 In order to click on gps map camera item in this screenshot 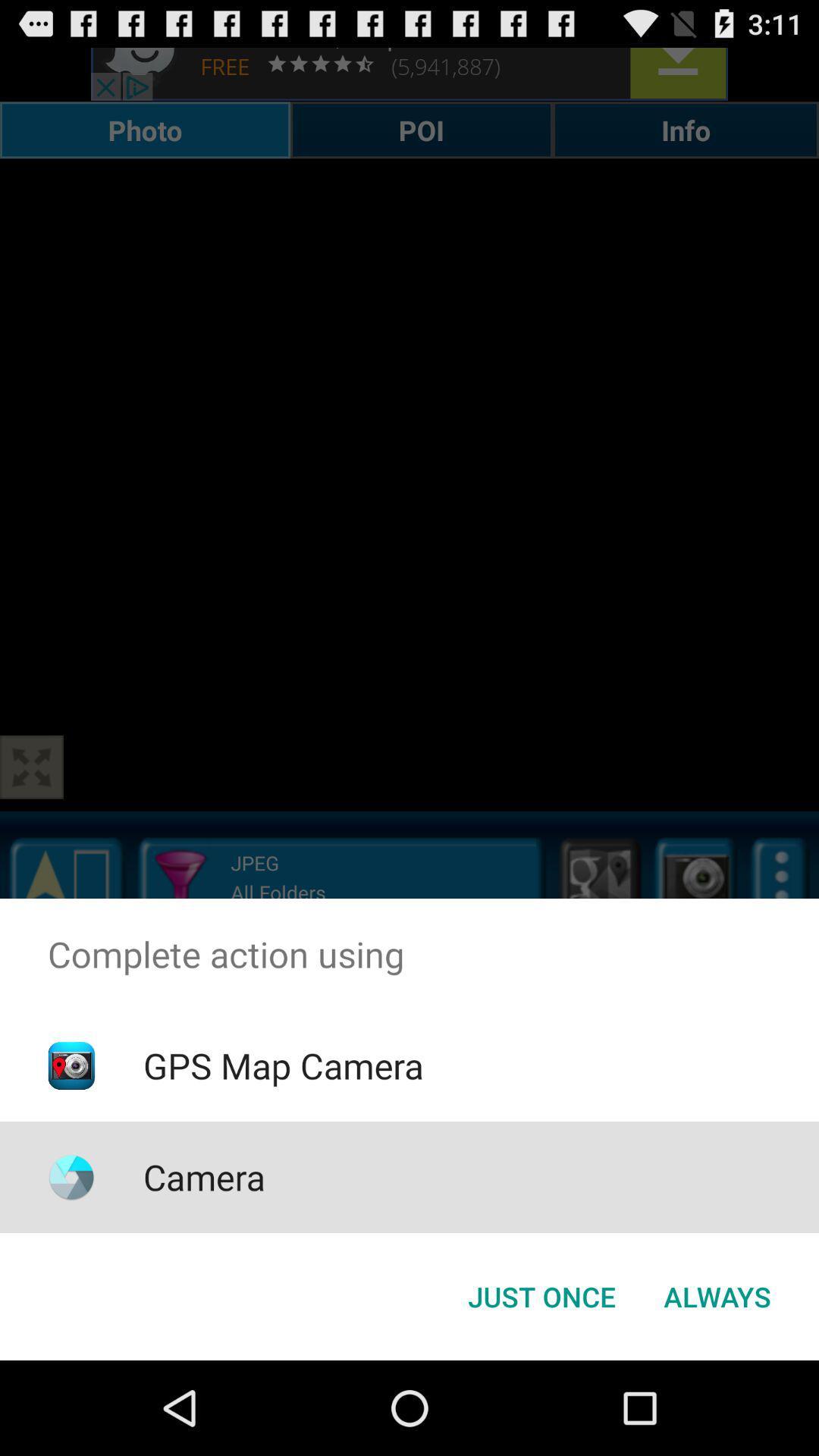, I will do `click(283, 1065)`.